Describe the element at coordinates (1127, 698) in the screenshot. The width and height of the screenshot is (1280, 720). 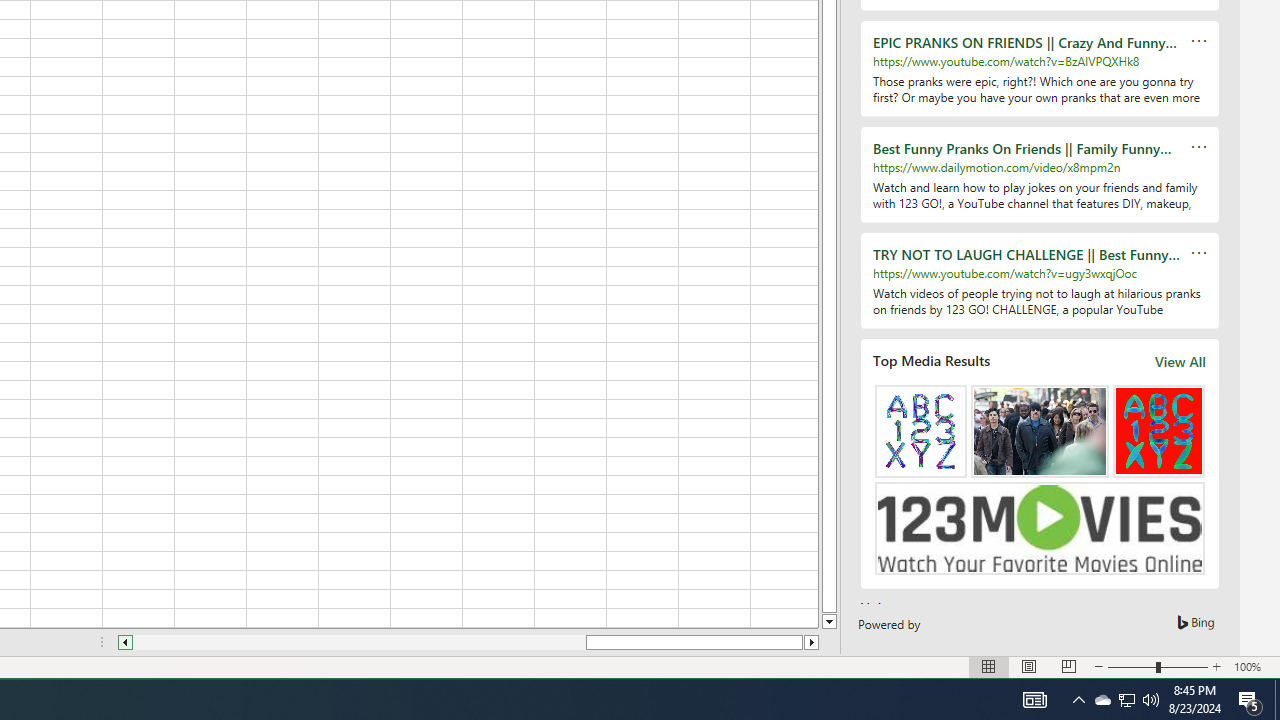
I see `'User Promoted Notification Area'` at that location.